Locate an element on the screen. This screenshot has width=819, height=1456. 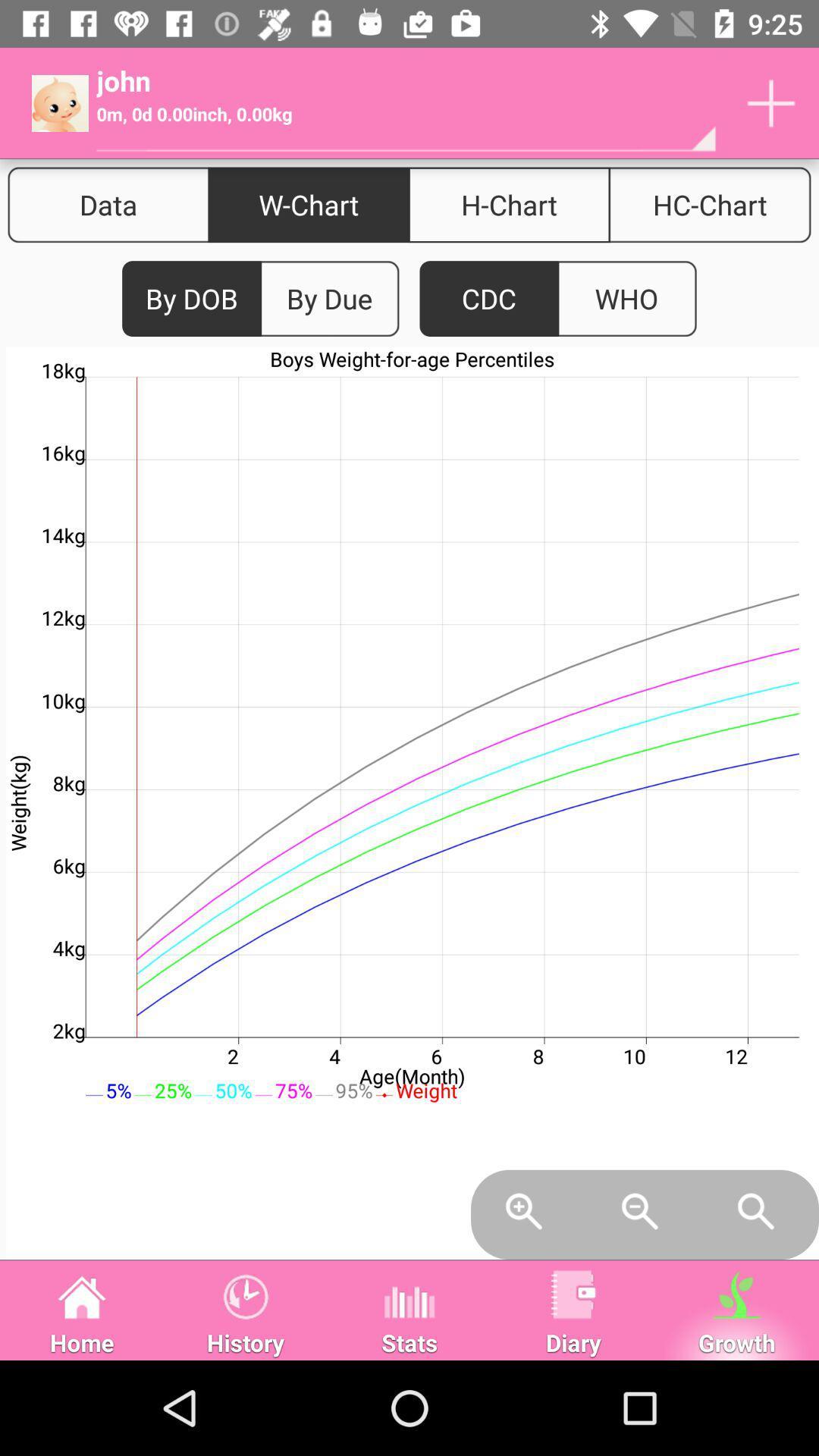
the item to the right of h-chart item is located at coordinates (710, 204).